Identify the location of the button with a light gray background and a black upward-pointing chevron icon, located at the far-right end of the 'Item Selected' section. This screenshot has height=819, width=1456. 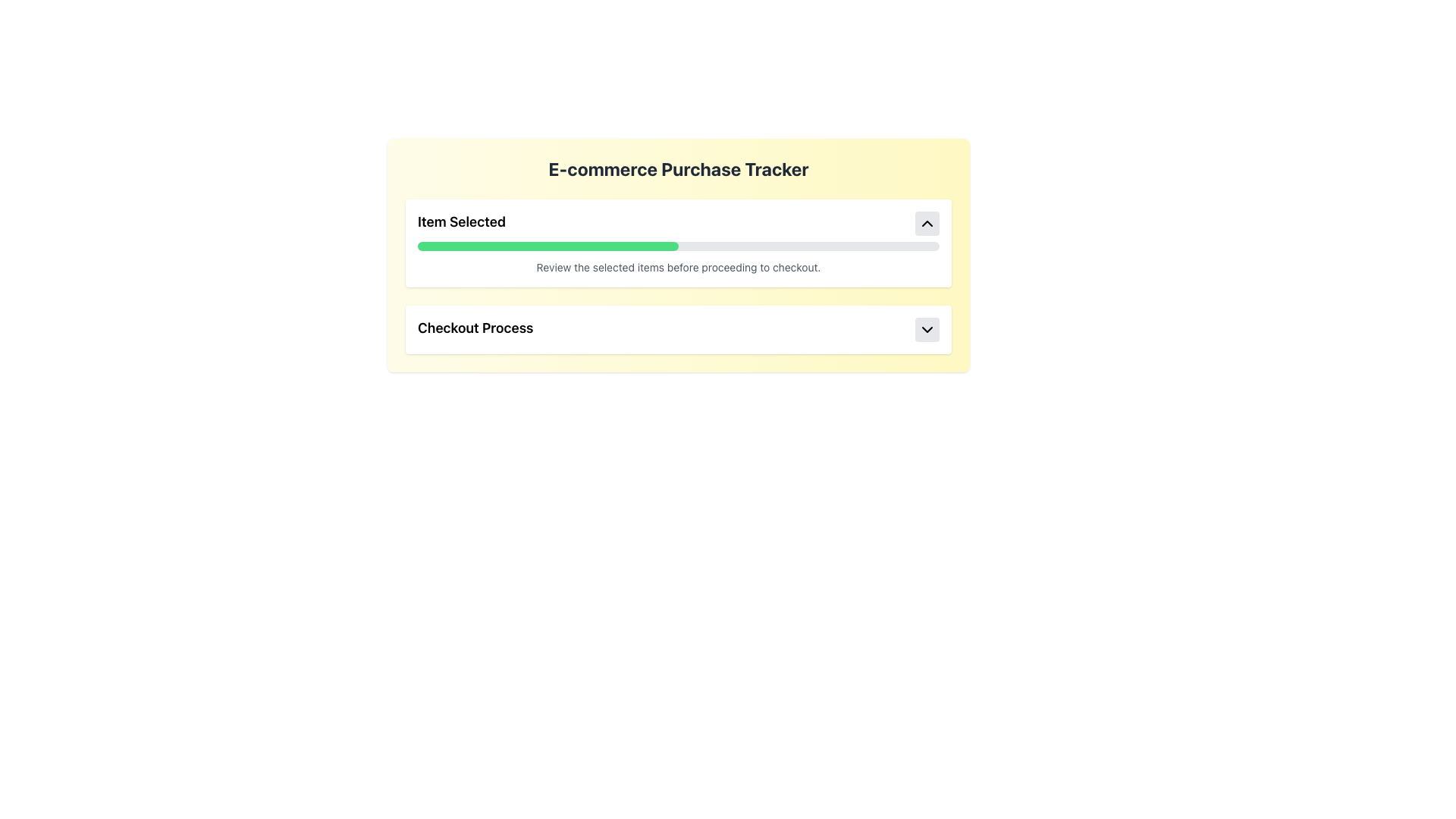
(927, 223).